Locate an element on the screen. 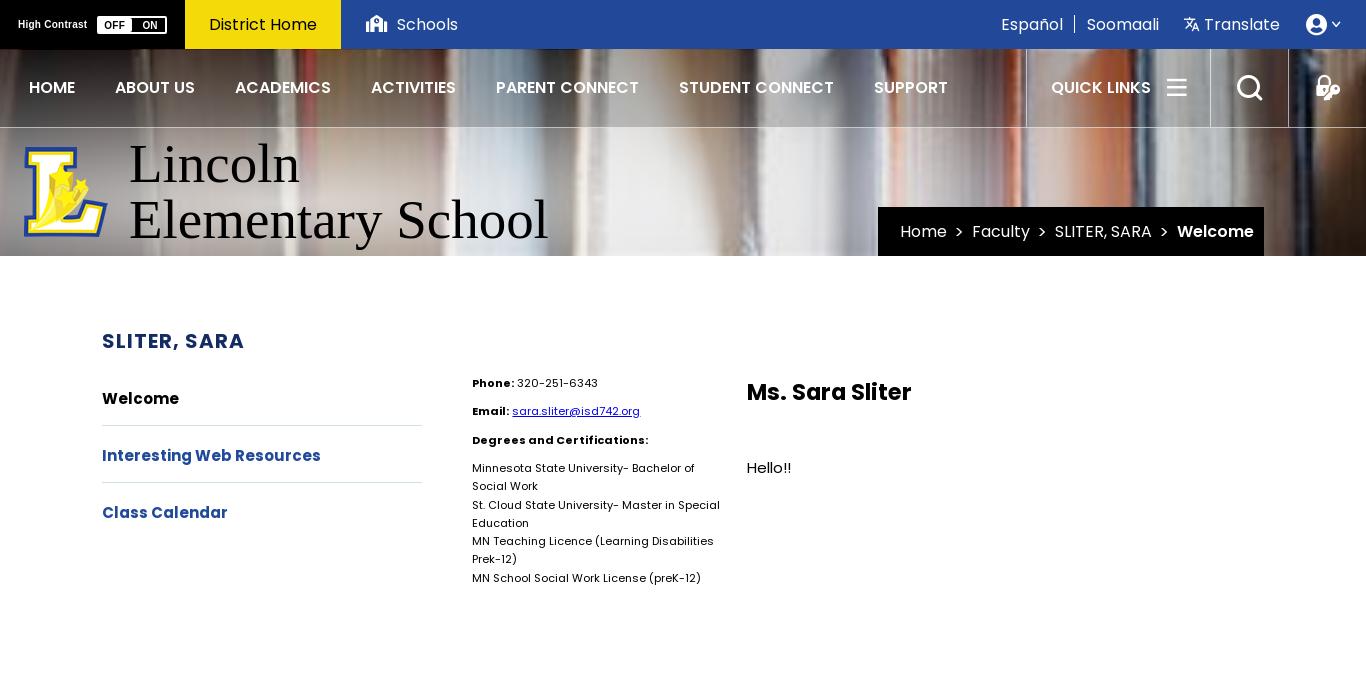 This screenshot has height=675, width=1366. 'MN School Social Work License (preK-12)' is located at coordinates (471, 576).